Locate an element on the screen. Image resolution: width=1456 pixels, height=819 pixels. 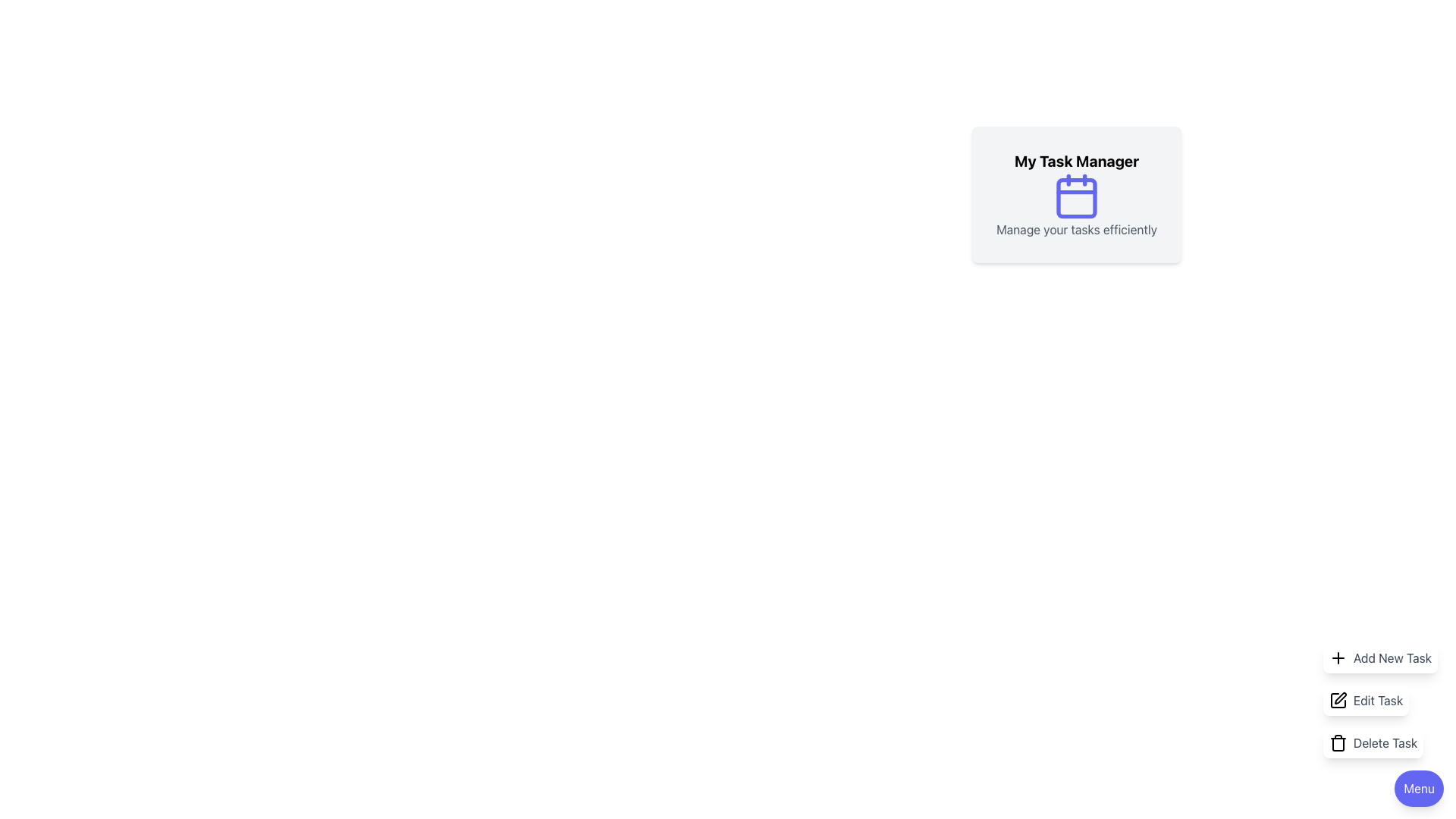
the Information card titled 'My Task Manager' which is located in the upper-right region of the application layout is located at coordinates (1076, 194).